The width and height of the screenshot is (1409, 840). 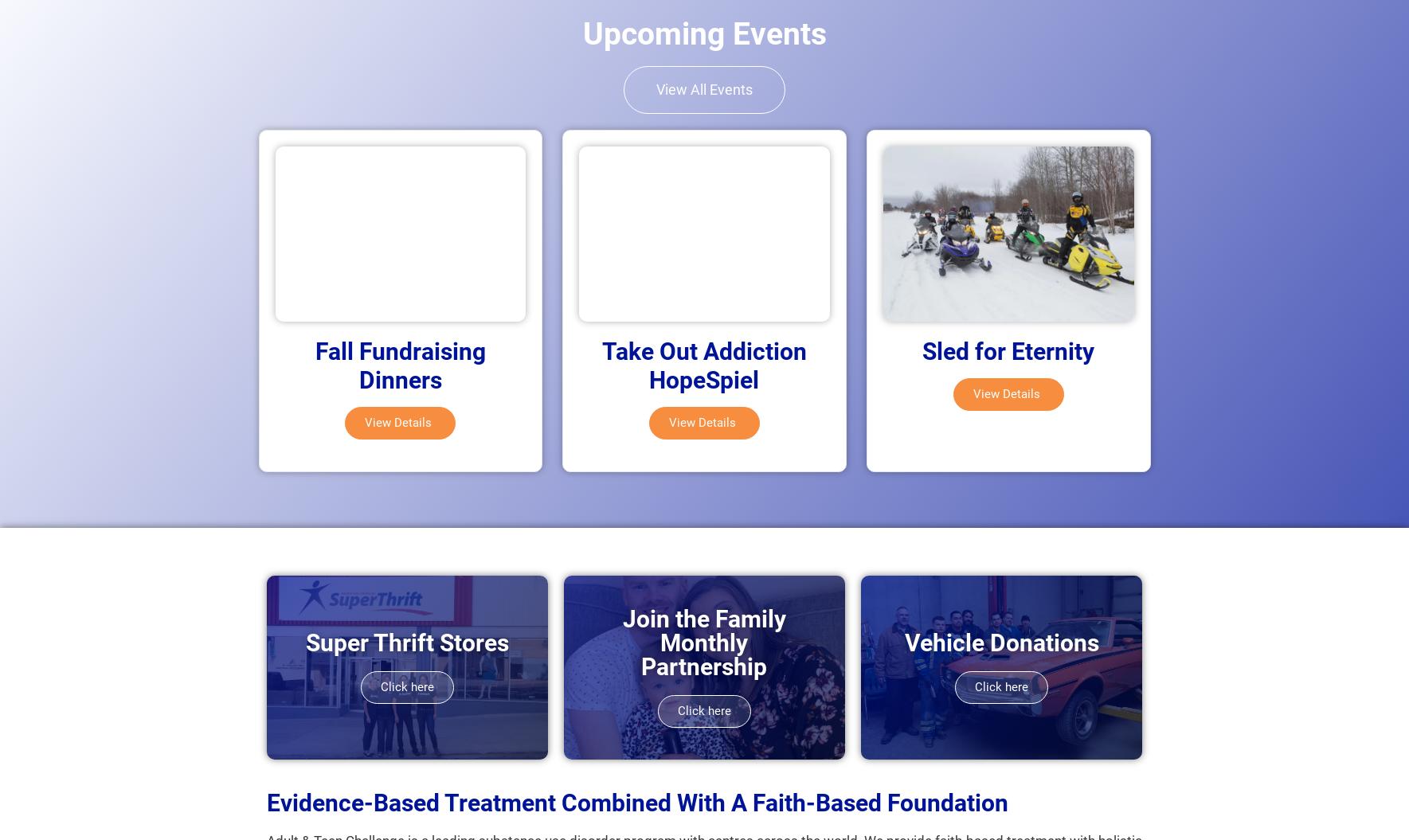 What do you see at coordinates (703, 365) in the screenshot?
I see `'Take Out Addiction HopeSpiel'` at bounding box center [703, 365].